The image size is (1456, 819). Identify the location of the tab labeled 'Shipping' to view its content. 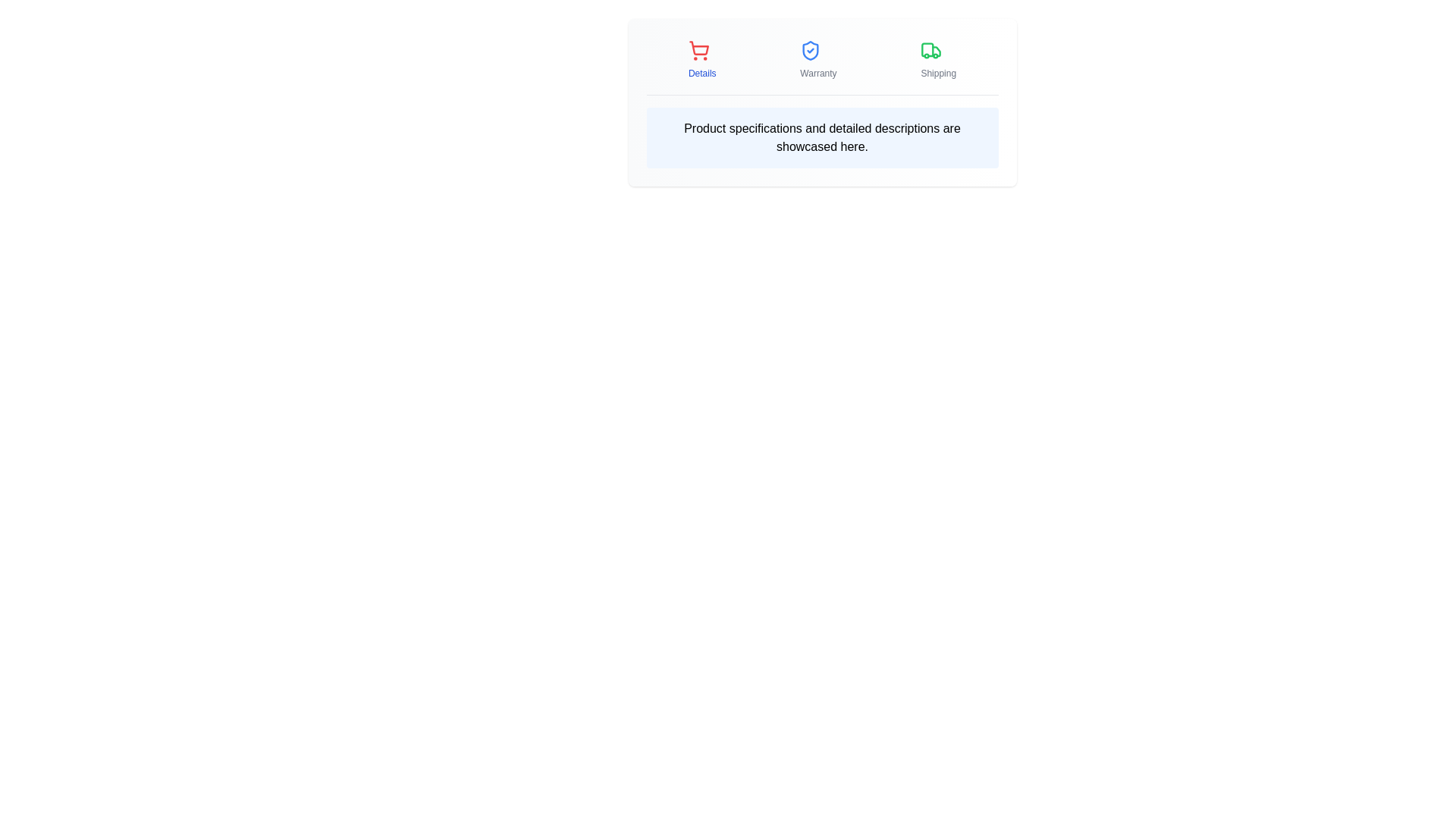
(938, 58).